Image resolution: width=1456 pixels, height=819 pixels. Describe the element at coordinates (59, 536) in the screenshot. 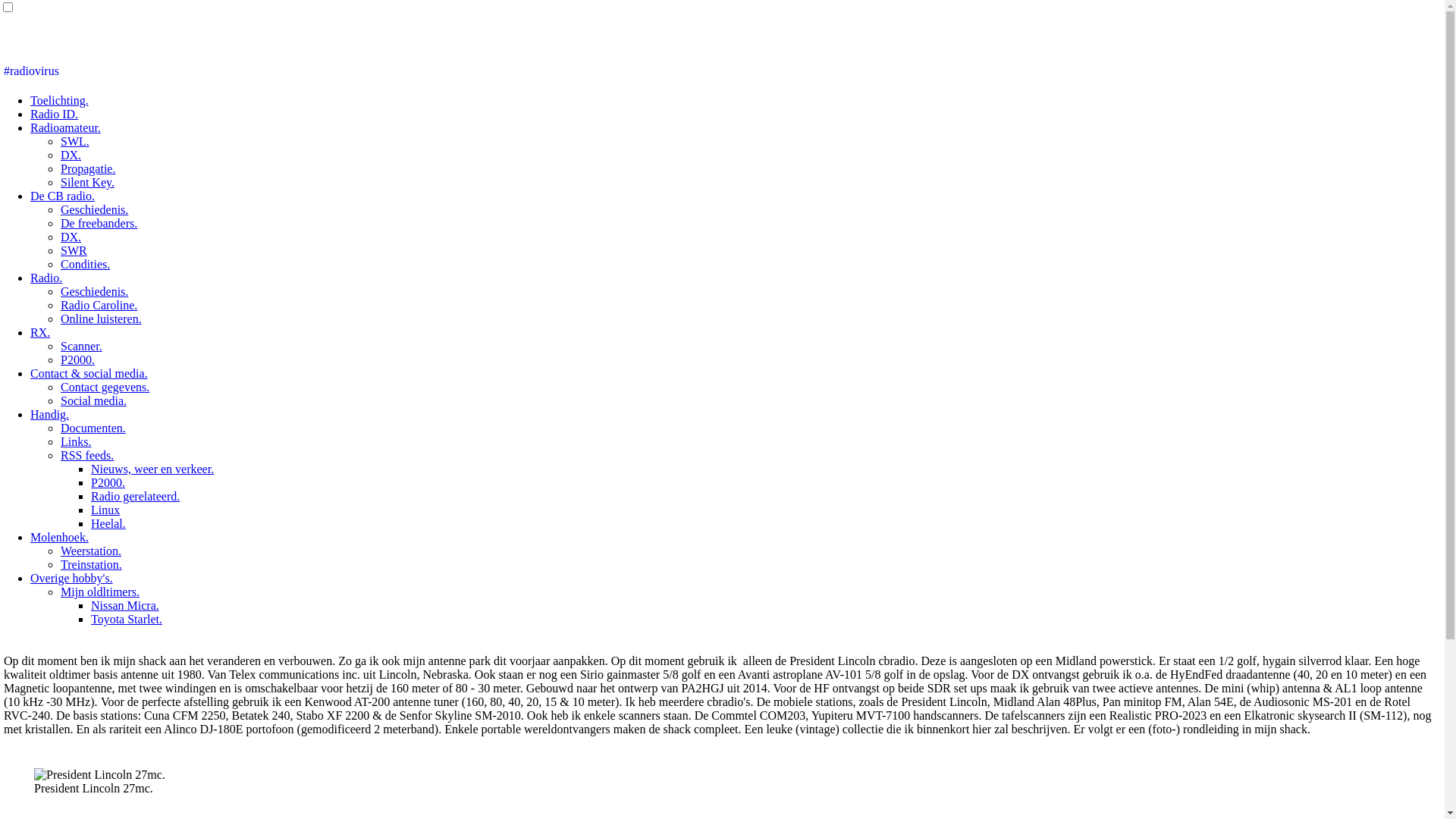

I see `'Molenhoek.'` at that location.